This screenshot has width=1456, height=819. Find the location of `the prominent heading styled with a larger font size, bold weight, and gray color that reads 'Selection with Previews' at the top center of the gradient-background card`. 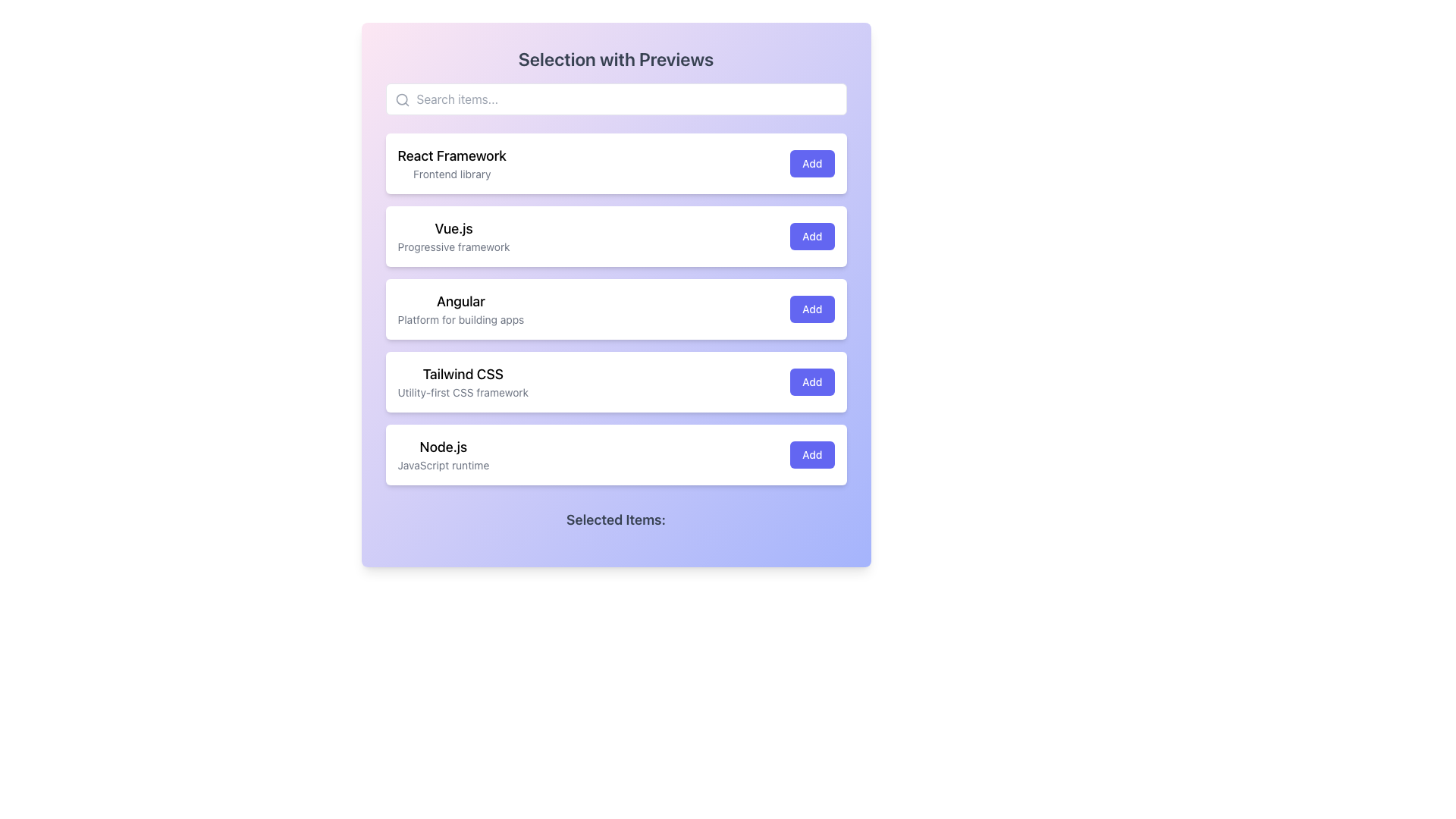

the prominent heading styled with a larger font size, bold weight, and gray color that reads 'Selection with Previews' at the top center of the gradient-background card is located at coordinates (616, 58).